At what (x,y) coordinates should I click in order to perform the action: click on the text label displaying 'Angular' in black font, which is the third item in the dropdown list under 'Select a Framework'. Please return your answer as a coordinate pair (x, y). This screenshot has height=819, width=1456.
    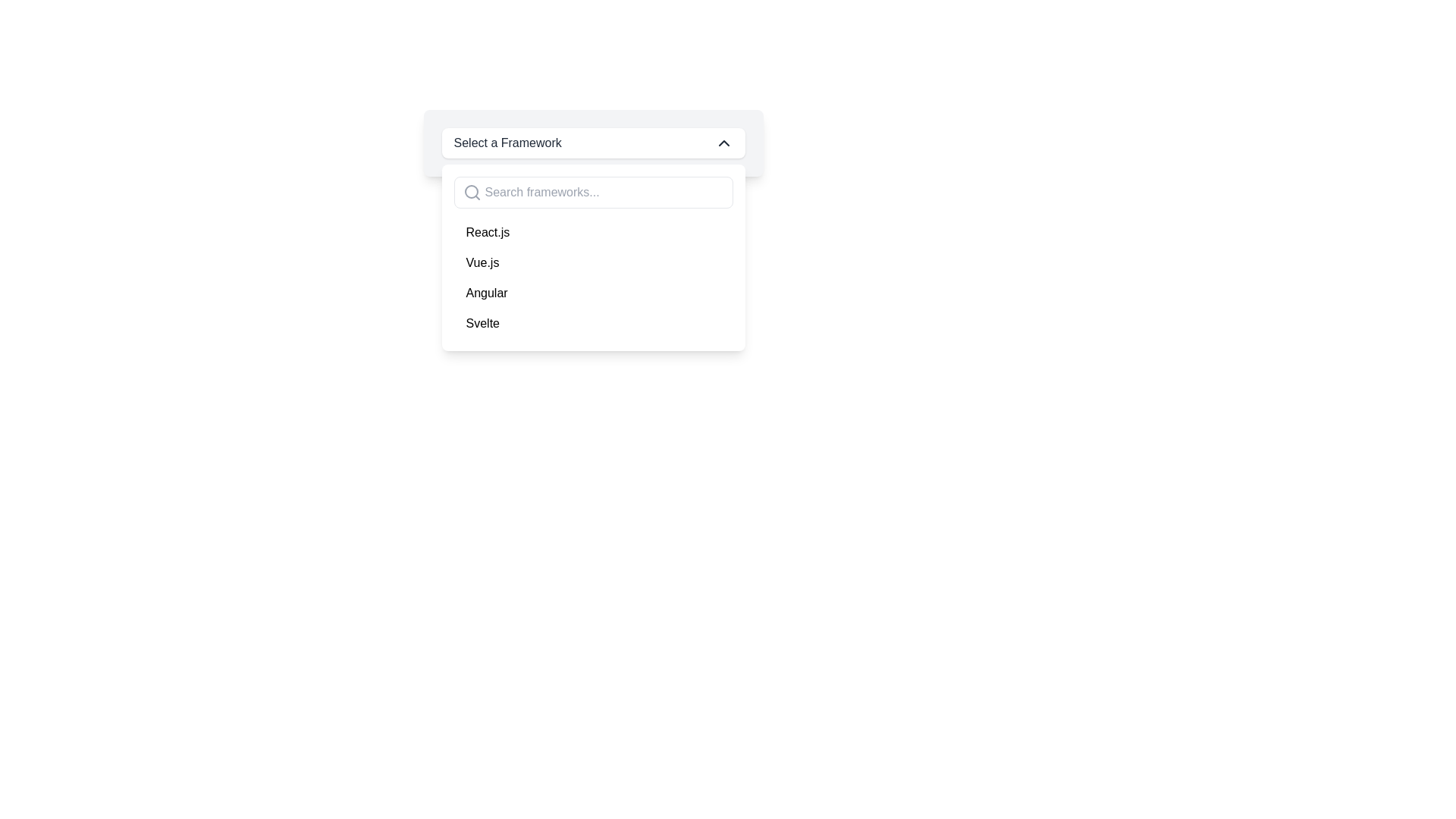
    Looking at the image, I should click on (487, 293).